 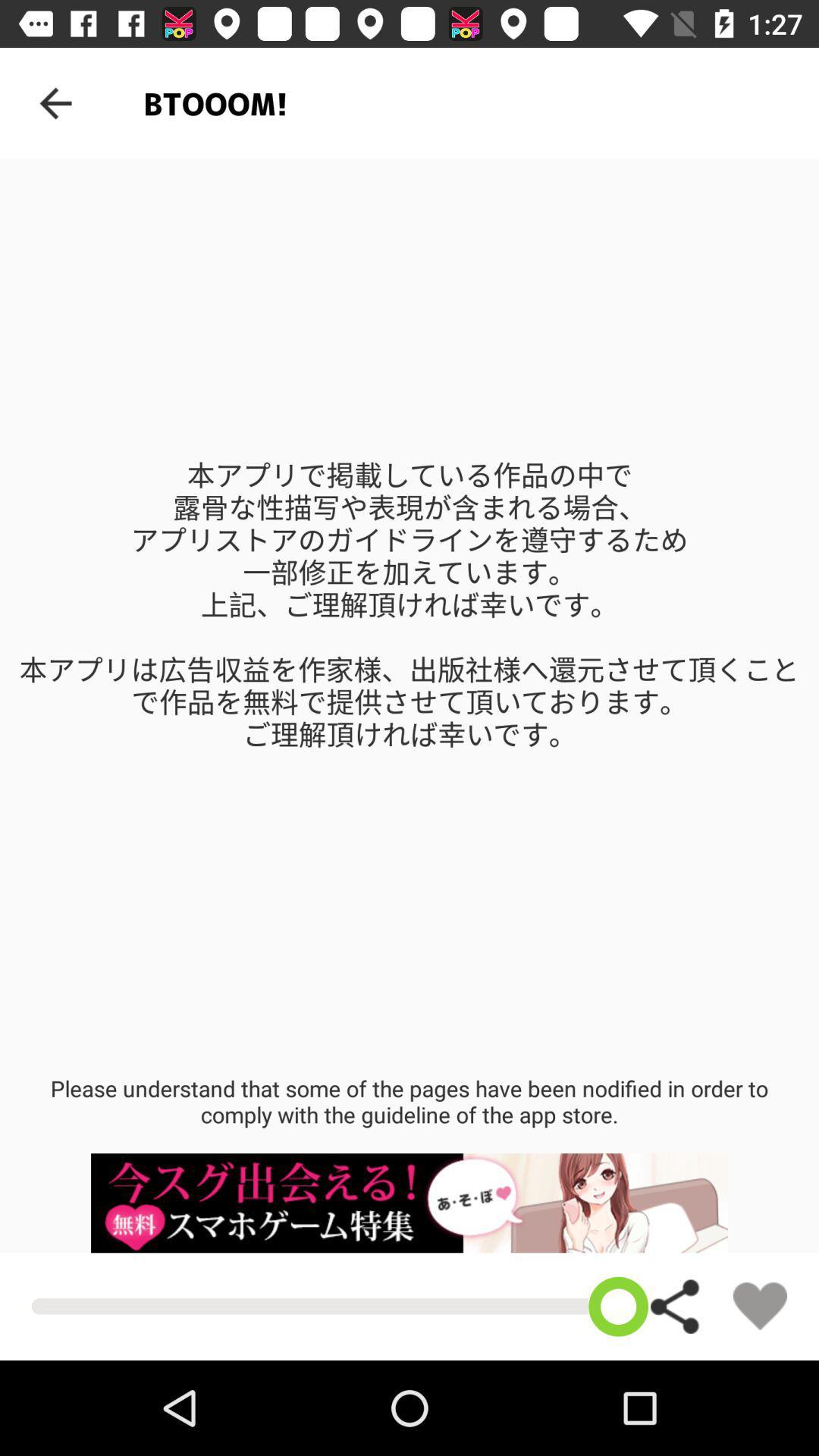 What do you see at coordinates (760, 1305) in the screenshot?
I see `like content on page` at bounding box center [760, 1305].